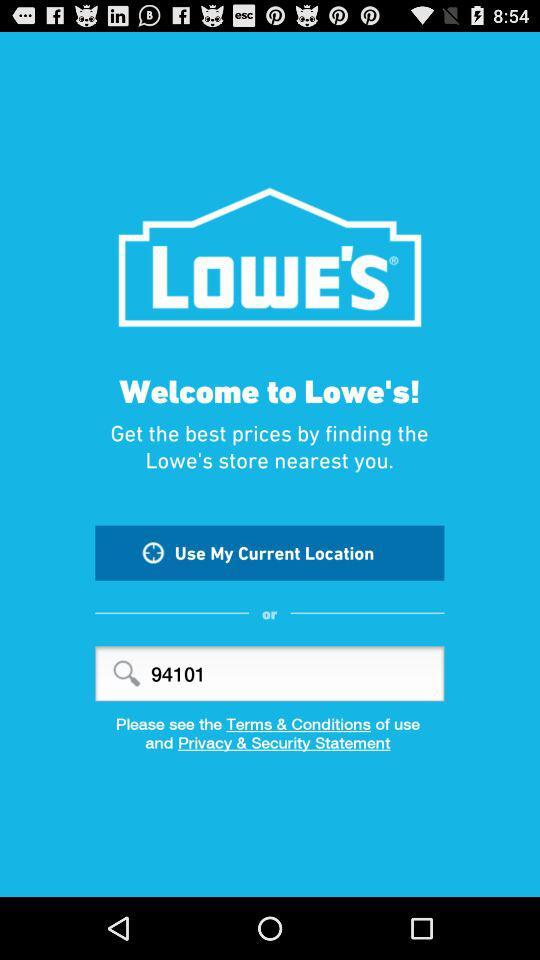 The height and width of the screenshot is (960, 540). What do you see at coordinates (270, 722) in the screenshot?
I see `the item below 94101` at bounding box center [270, 722].